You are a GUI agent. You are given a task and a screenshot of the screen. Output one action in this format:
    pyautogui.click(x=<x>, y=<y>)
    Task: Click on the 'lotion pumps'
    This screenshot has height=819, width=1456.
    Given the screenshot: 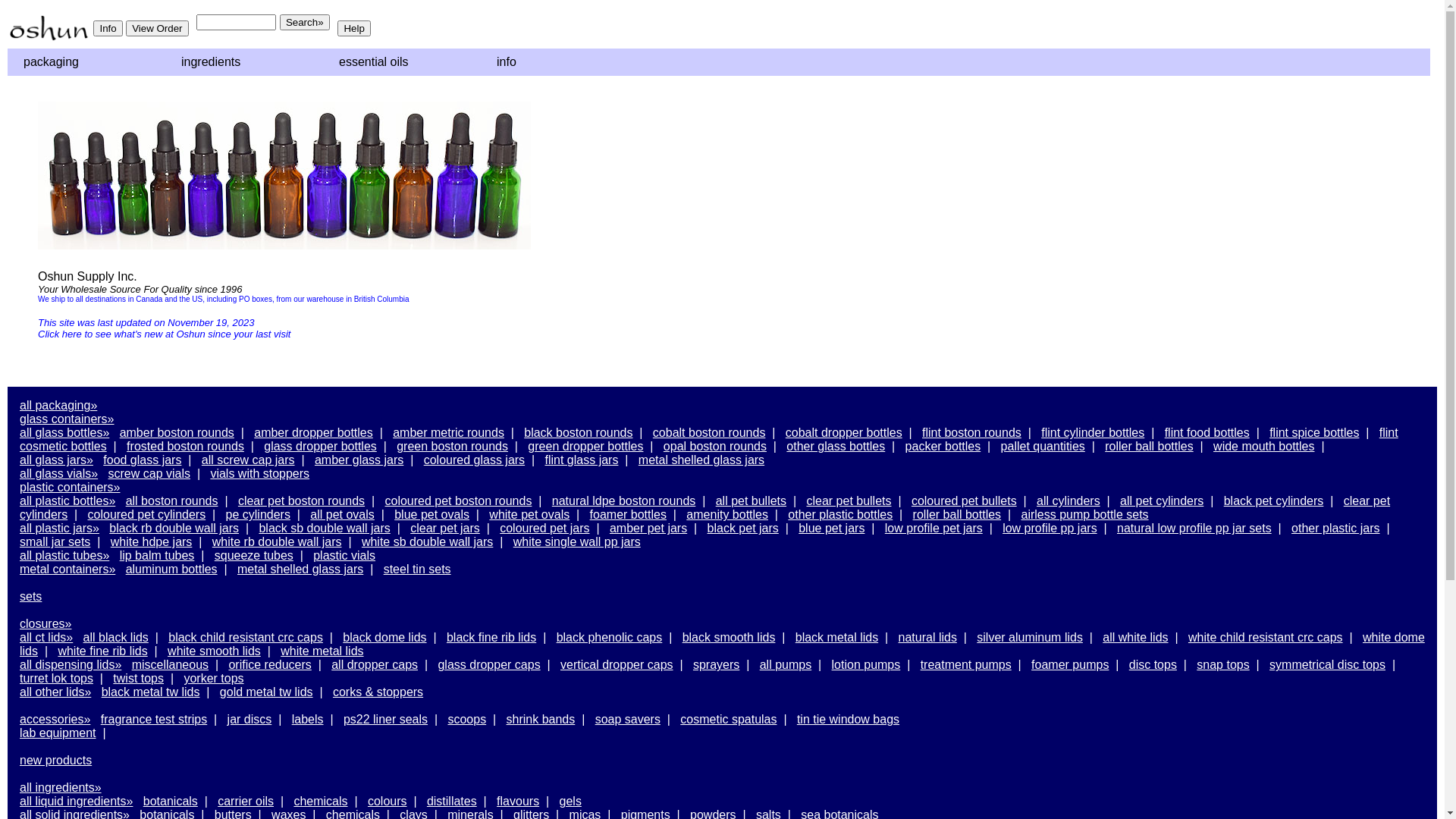 What is the action you would take?
    pyautogui.click(x=866, y=664)
    